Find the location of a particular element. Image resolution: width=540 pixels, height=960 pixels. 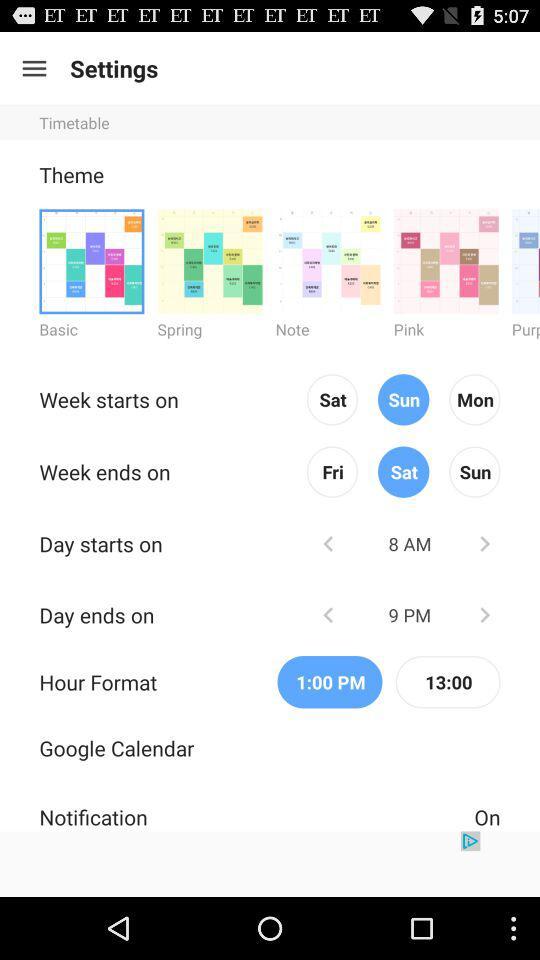

the arrow_forward icon is located at coordinates (483, 657).